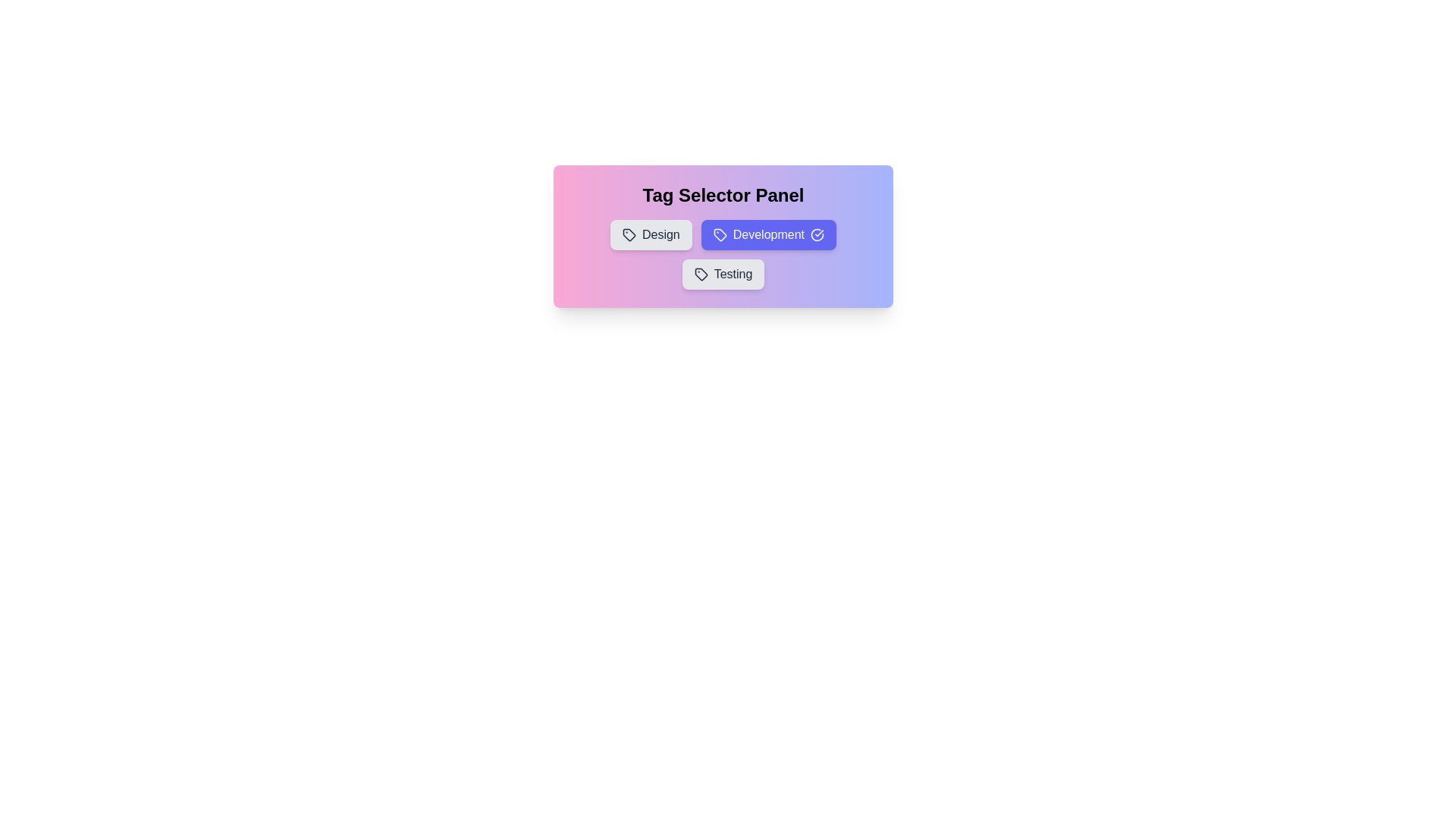 The height and width of the screenshot is (819, 1456). What do you see at coordinates (651, 234) in the screenshot?
I see `the tag Design to observe the hover effect` at bounding box center [651, 234].